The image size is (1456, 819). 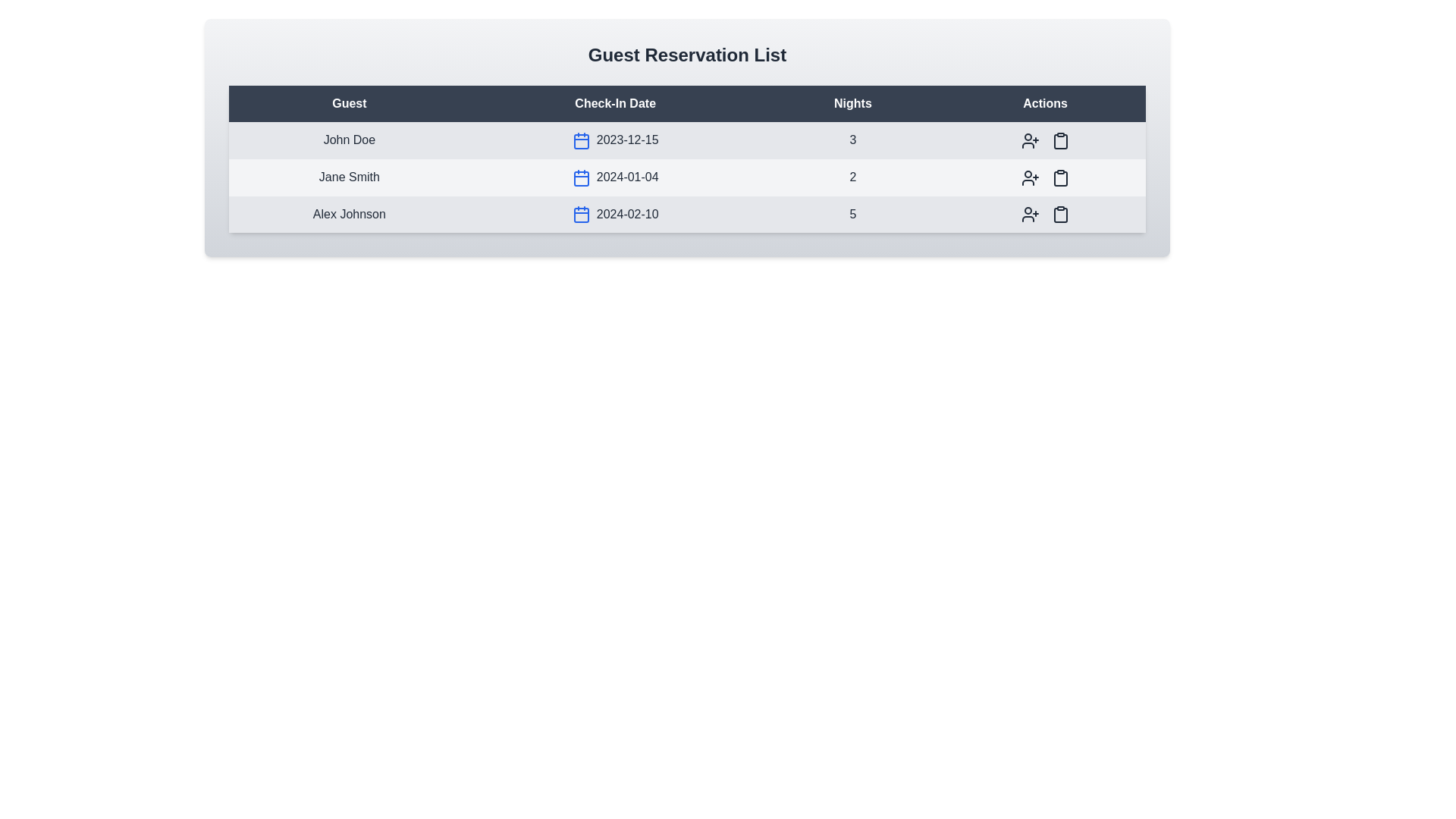 I want to click on the second icon from the left in the 'Actions' column of the last row of the table, which is used for copying reservation details, so click(x=1059, y=215).